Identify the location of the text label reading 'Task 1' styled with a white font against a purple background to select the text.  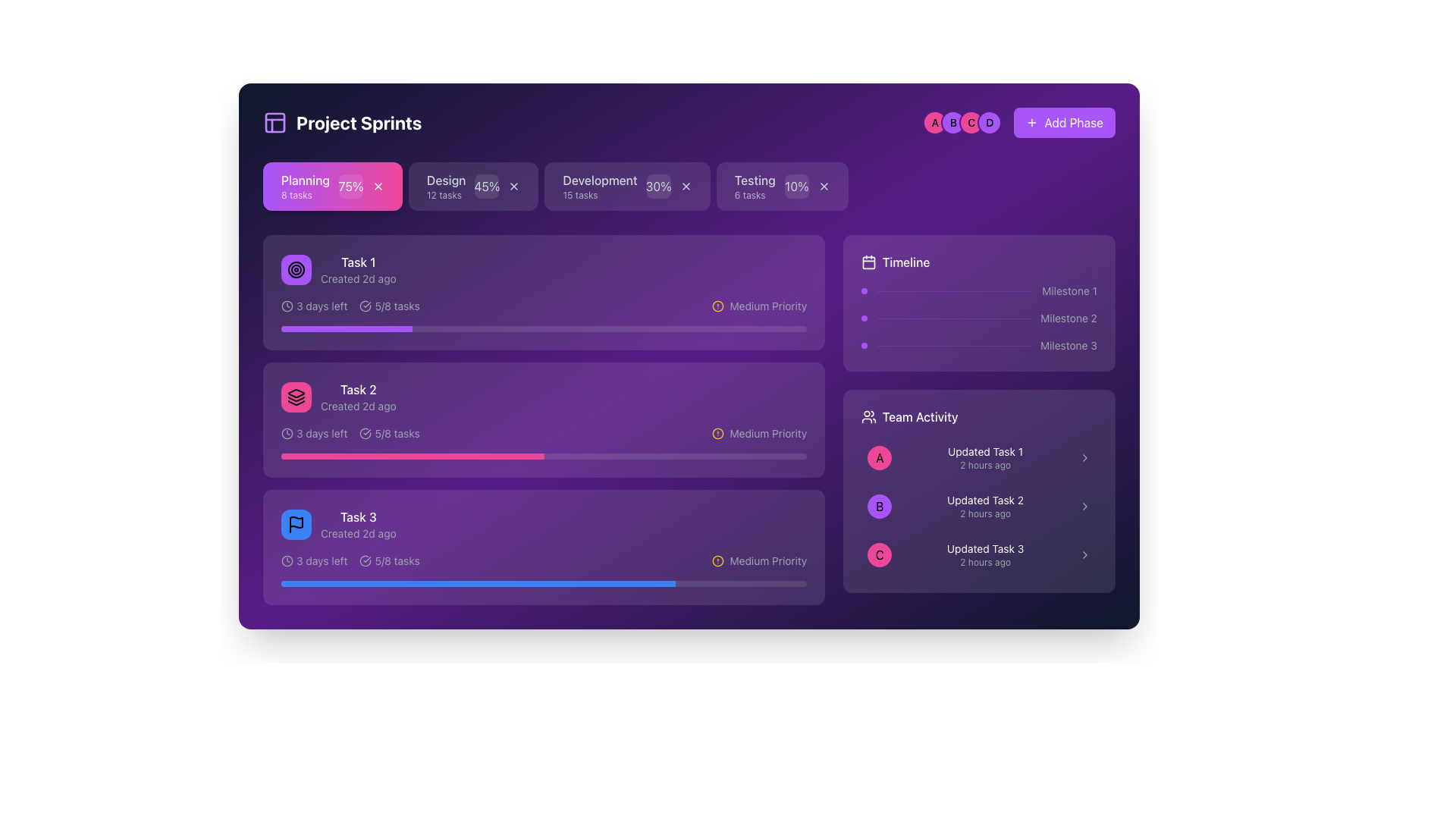
(357, 262).